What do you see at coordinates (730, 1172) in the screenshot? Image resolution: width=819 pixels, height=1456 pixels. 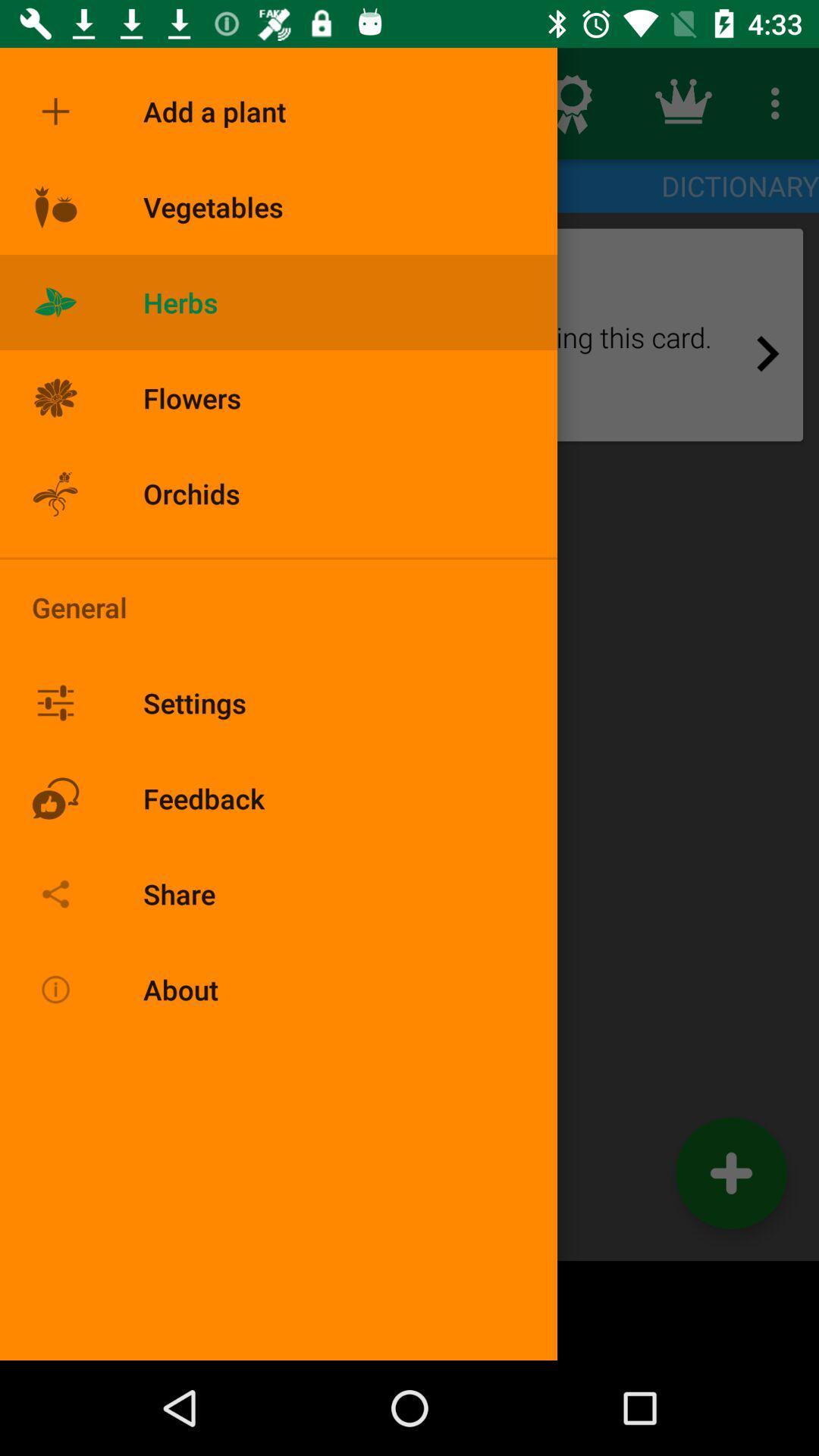 I see `the add icon` at bounding box center [730, 1172].